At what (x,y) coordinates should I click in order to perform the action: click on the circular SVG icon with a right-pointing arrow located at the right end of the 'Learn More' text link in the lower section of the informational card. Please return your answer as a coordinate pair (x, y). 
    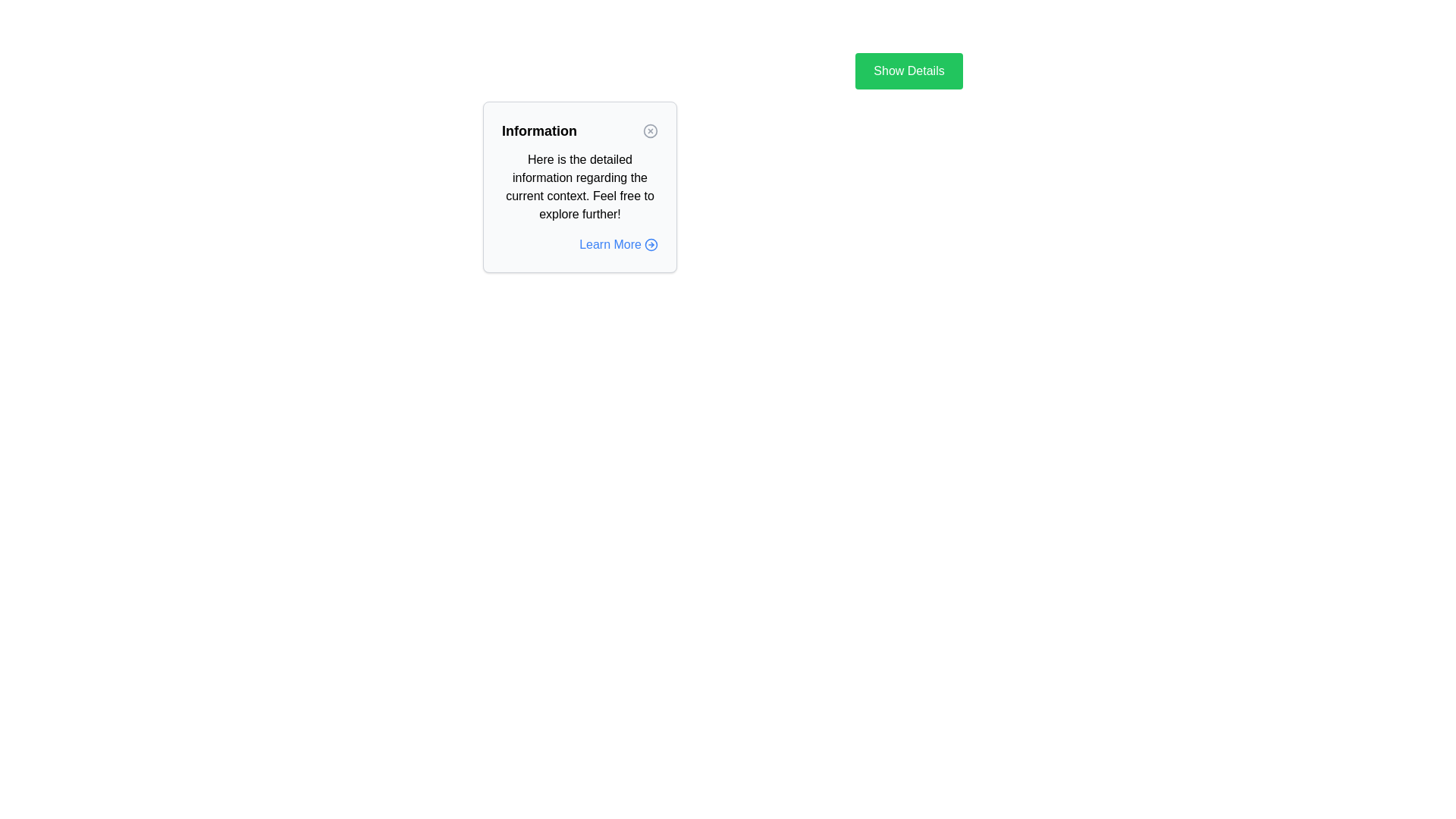
    Looking at the image, I should click on (651, 244).